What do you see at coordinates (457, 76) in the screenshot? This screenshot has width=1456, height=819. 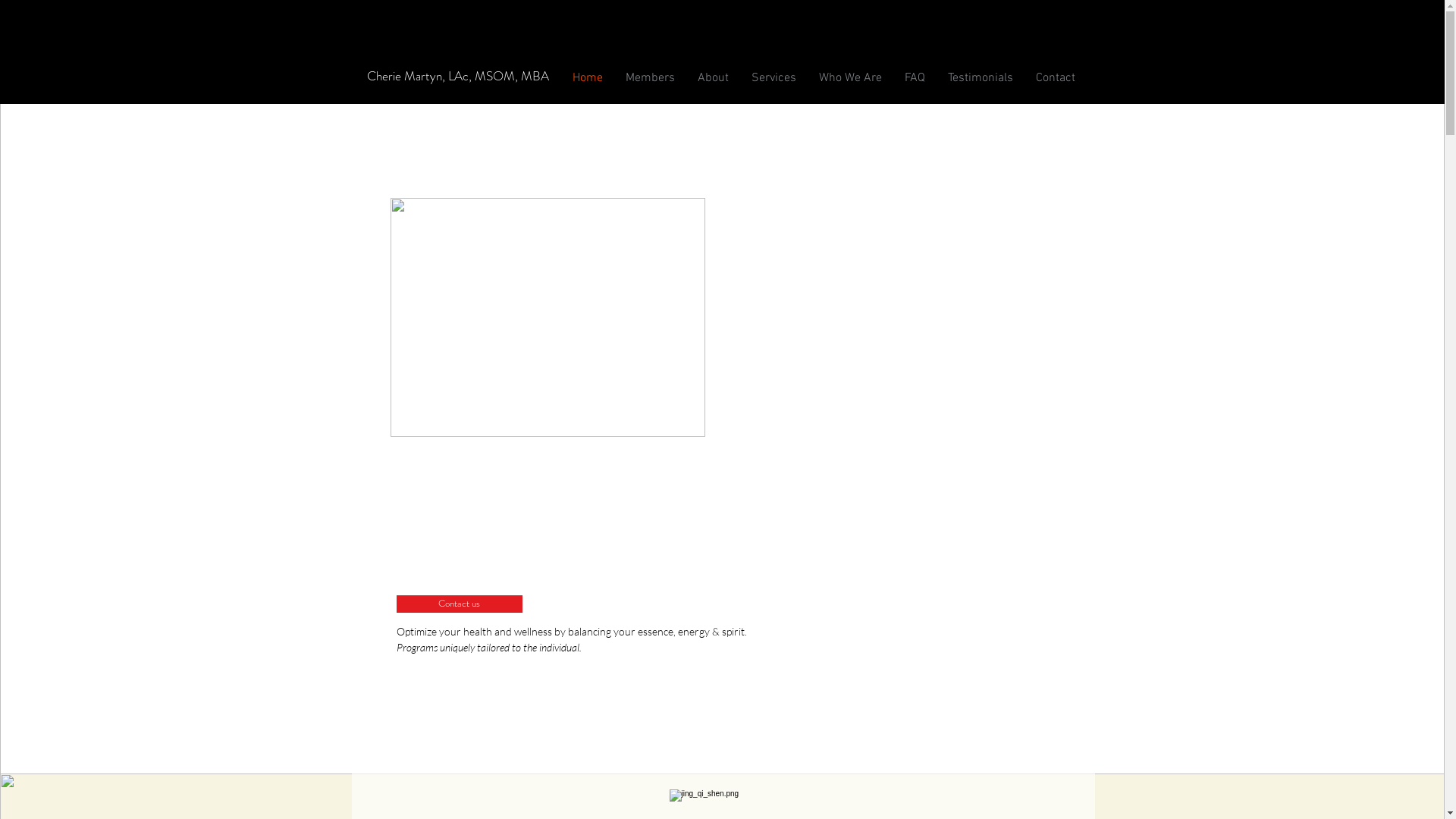 I see `'Cherie Martyn, LAc, MSOM, MBA'` at bounding box center [457, 76].